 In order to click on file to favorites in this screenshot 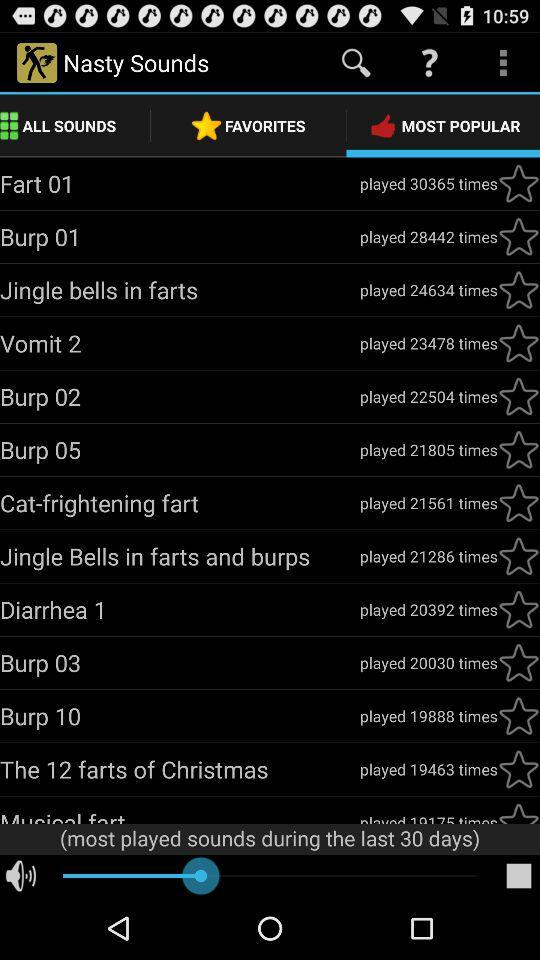, I will do `click(518, 183)`.